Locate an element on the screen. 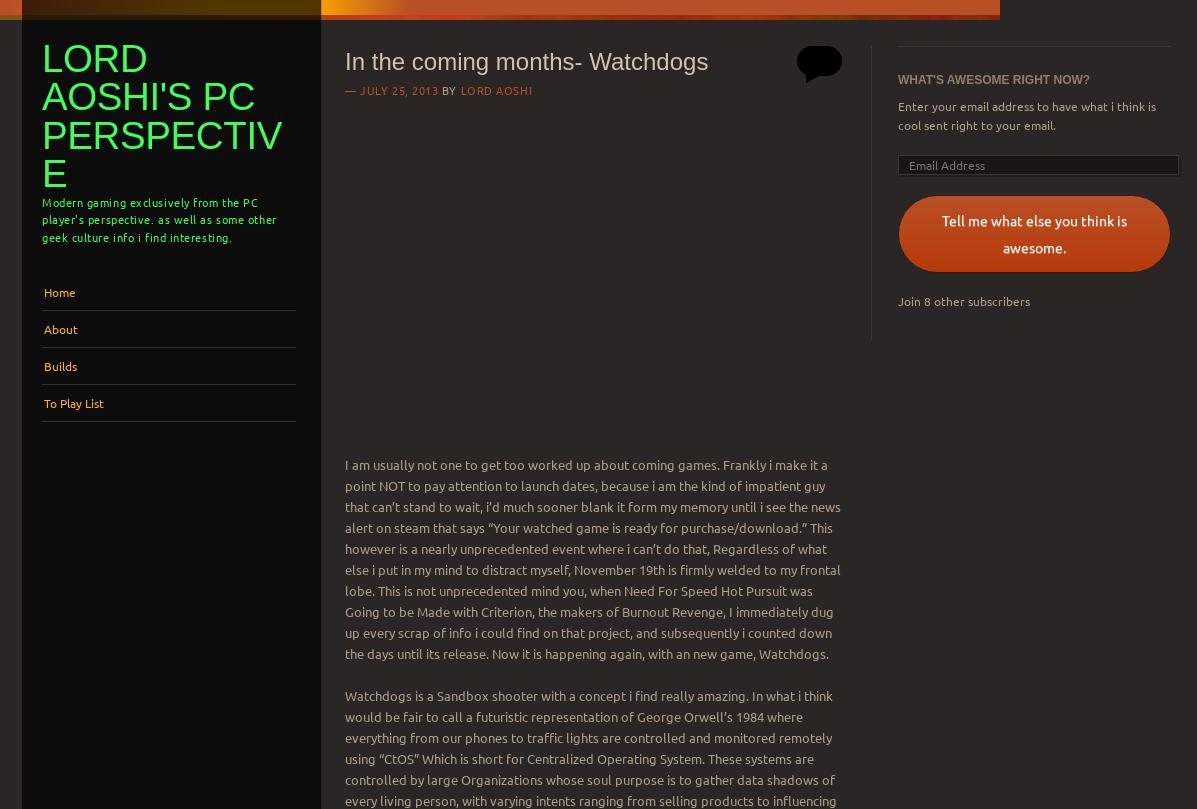 The height and width of the screenshot is (809, 1197). 'Lord Aoshi's PC Perspective' is located at coordinates (41, 115).